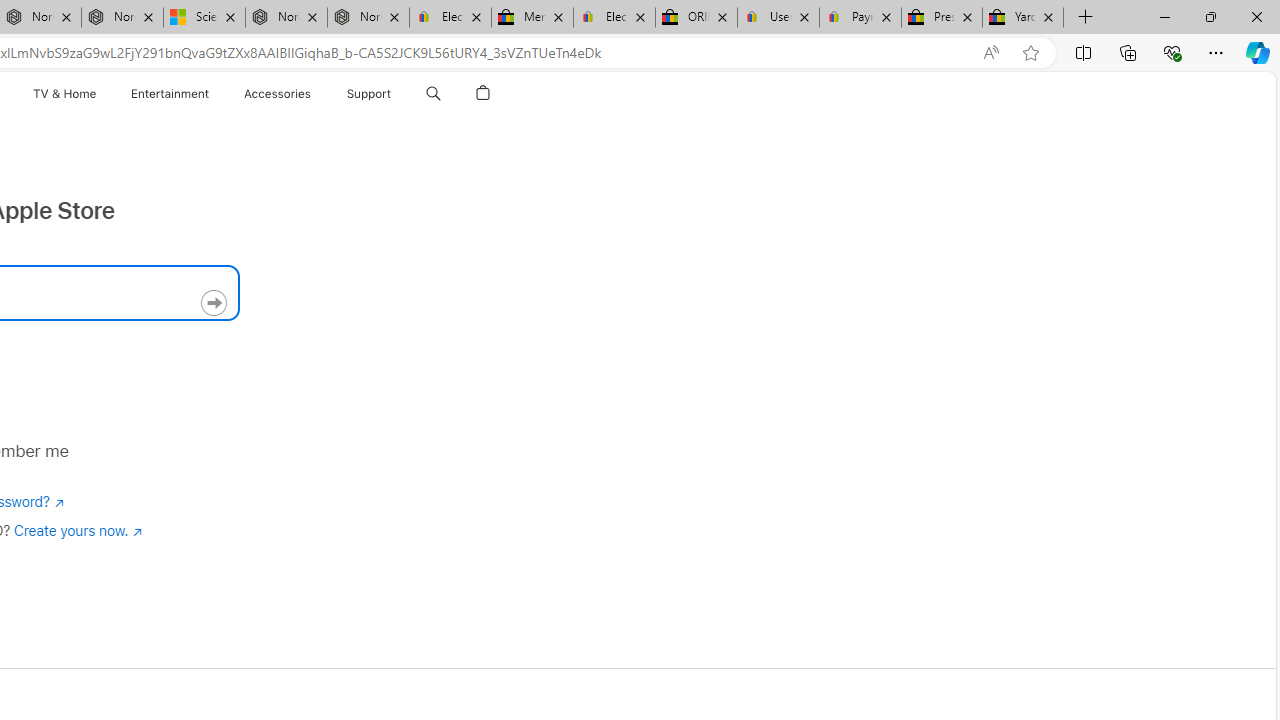 This screenshot has width=1280, height=720. Describe the element at coordinates (65, 93) in the screenshot. I see `'TV and Home'` at that location.